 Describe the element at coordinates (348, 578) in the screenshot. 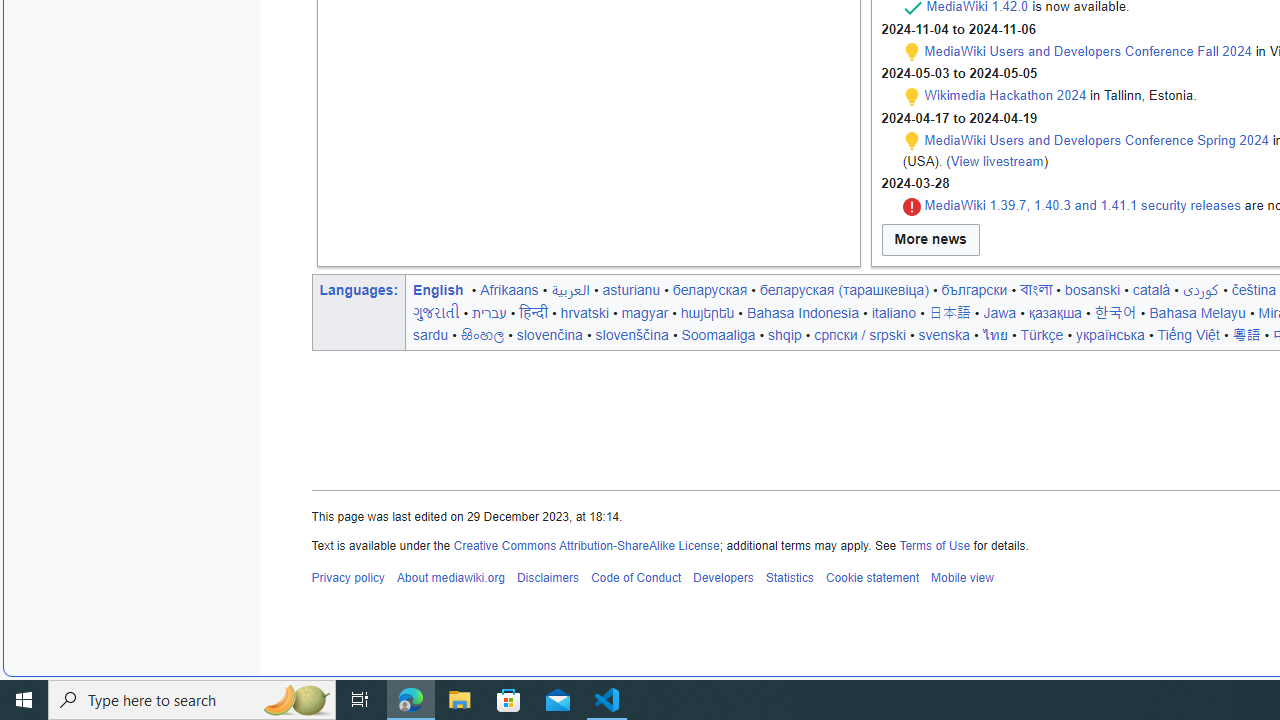

I see `'Privacy policy'` at that location.